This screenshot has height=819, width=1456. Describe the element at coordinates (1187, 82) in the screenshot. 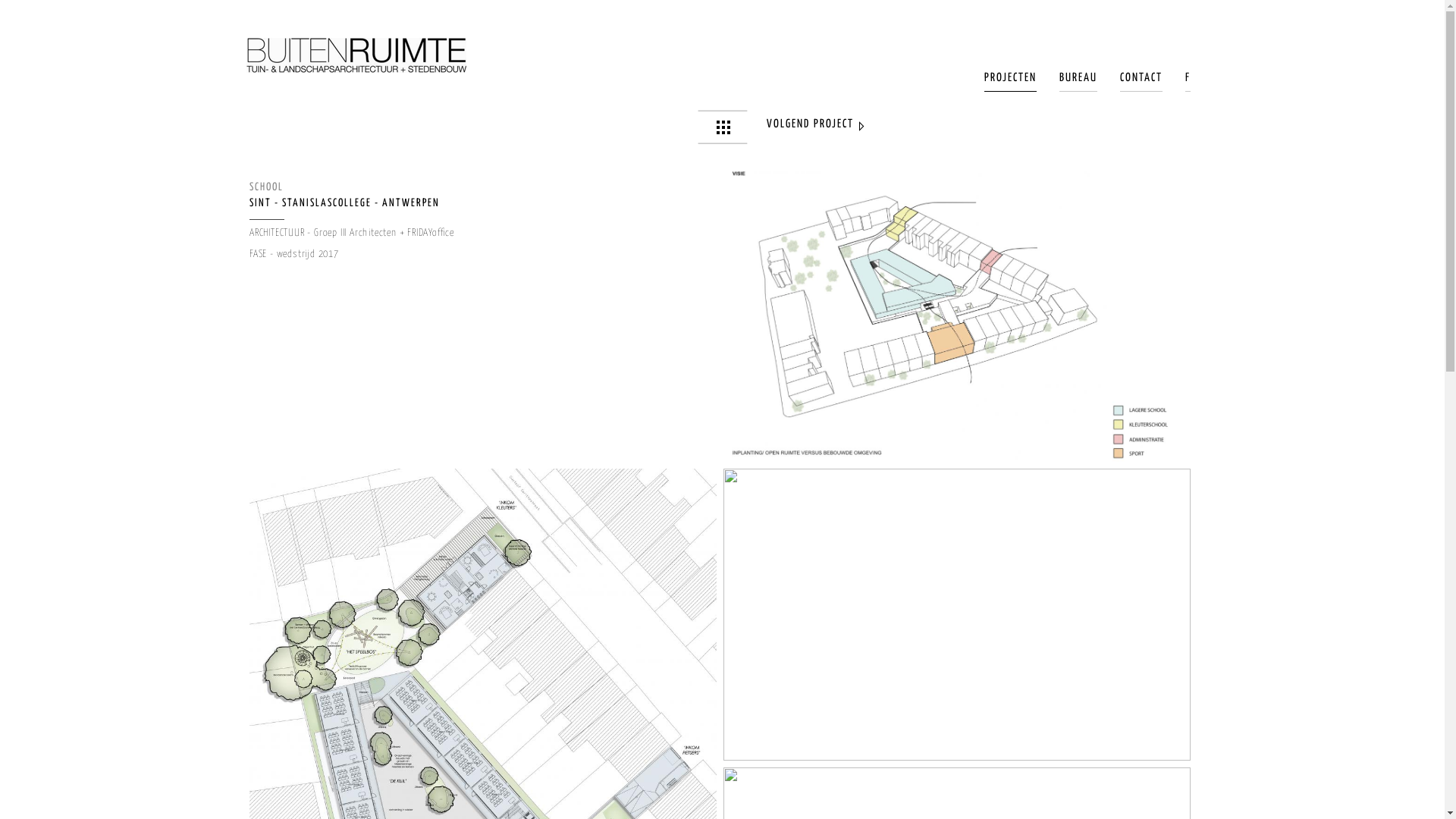

I see `'F'` at that location.